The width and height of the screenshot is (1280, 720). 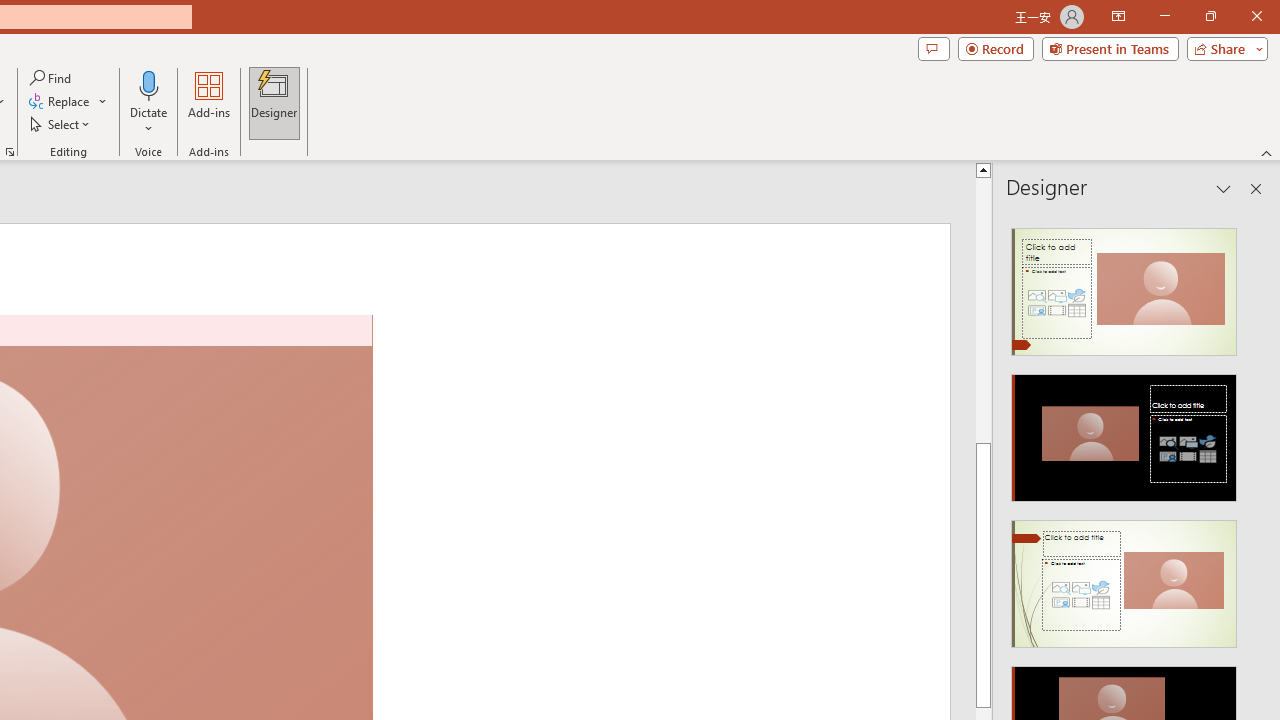 I want to click on 'Task Pane Options', so click(x=1223, y=189).